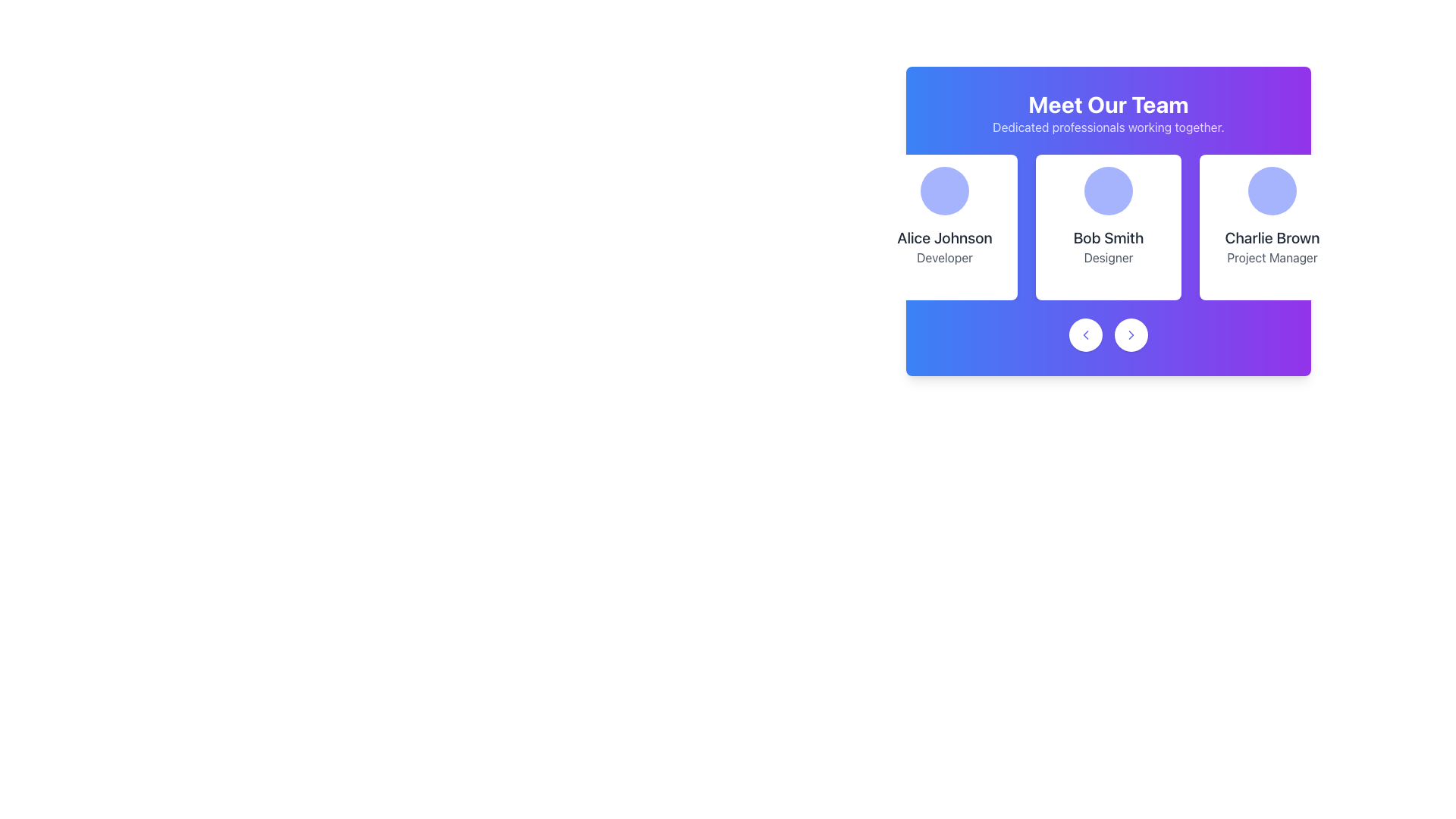 This screenshot has height=819, width=1456. I want to click on the next item in the carousel by interacting with the forward navigation button located at the lower section of the component, positioned to the right of the left-facing chevron button, so click(1131, 334).